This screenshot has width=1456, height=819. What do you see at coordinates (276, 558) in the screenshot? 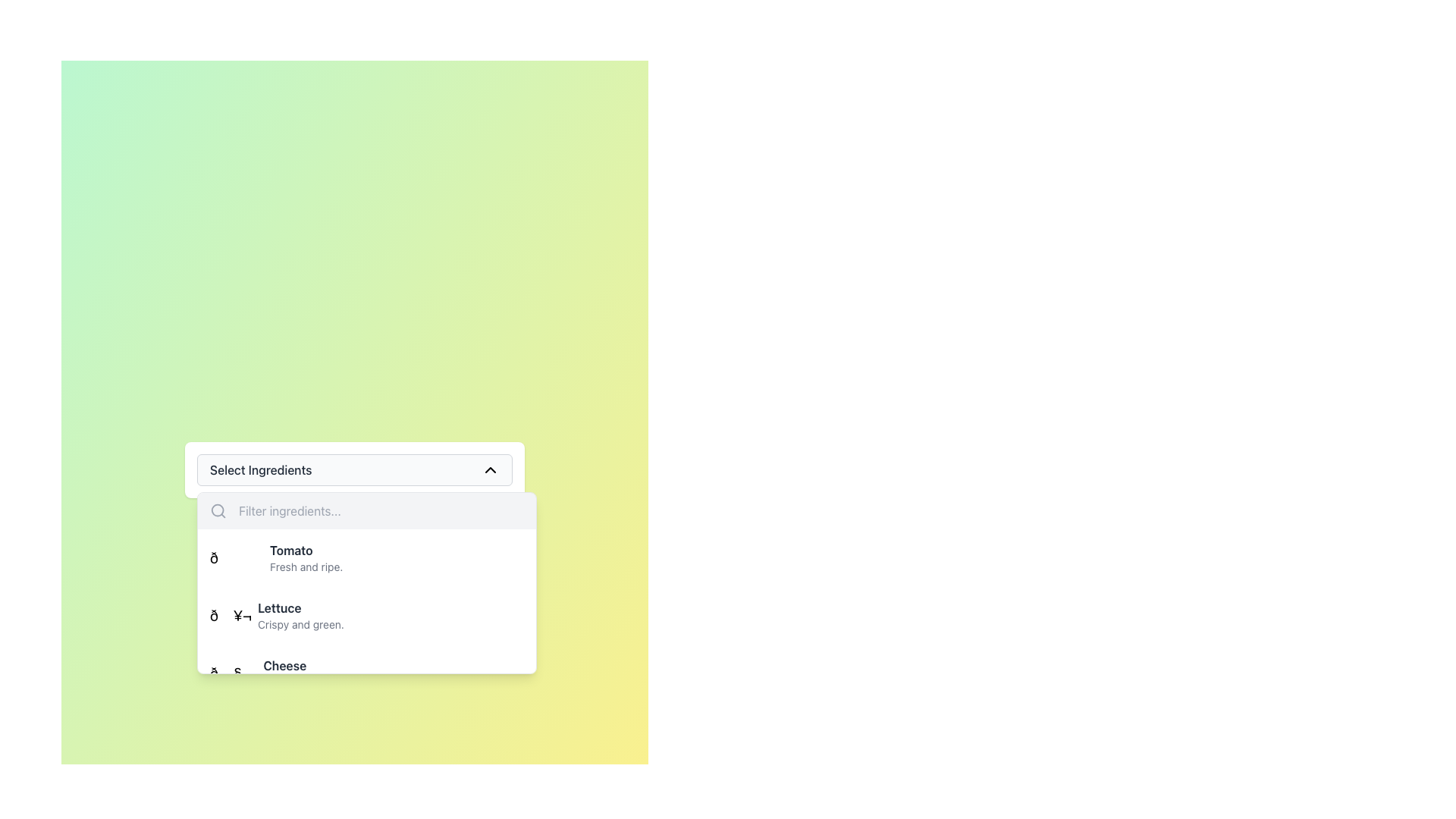
I see `the 'Tomato' ingredient list item` at bounding box center [276, 558].